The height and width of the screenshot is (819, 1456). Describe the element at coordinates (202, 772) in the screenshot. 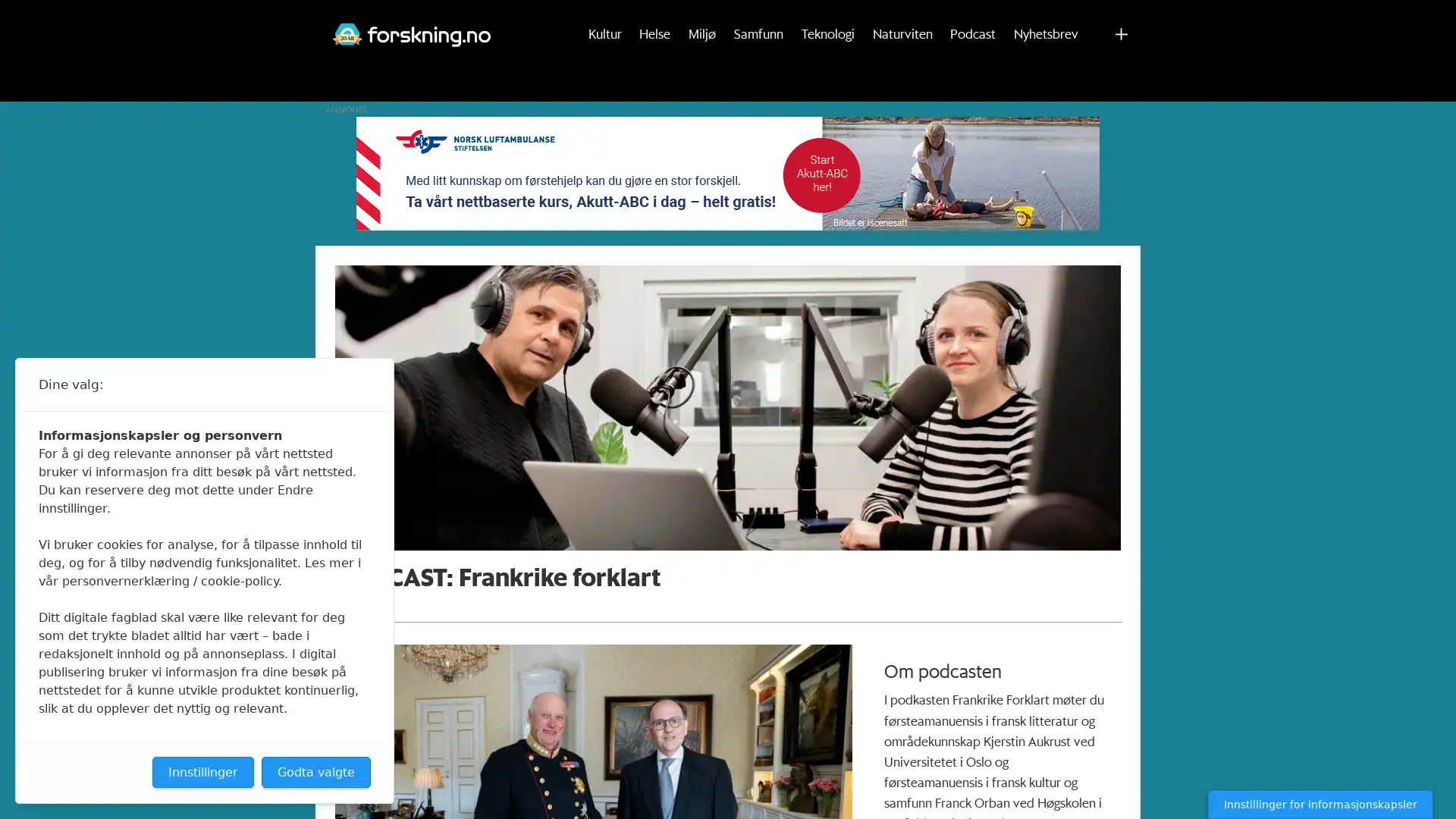

I see `Innstillinger` at that location.